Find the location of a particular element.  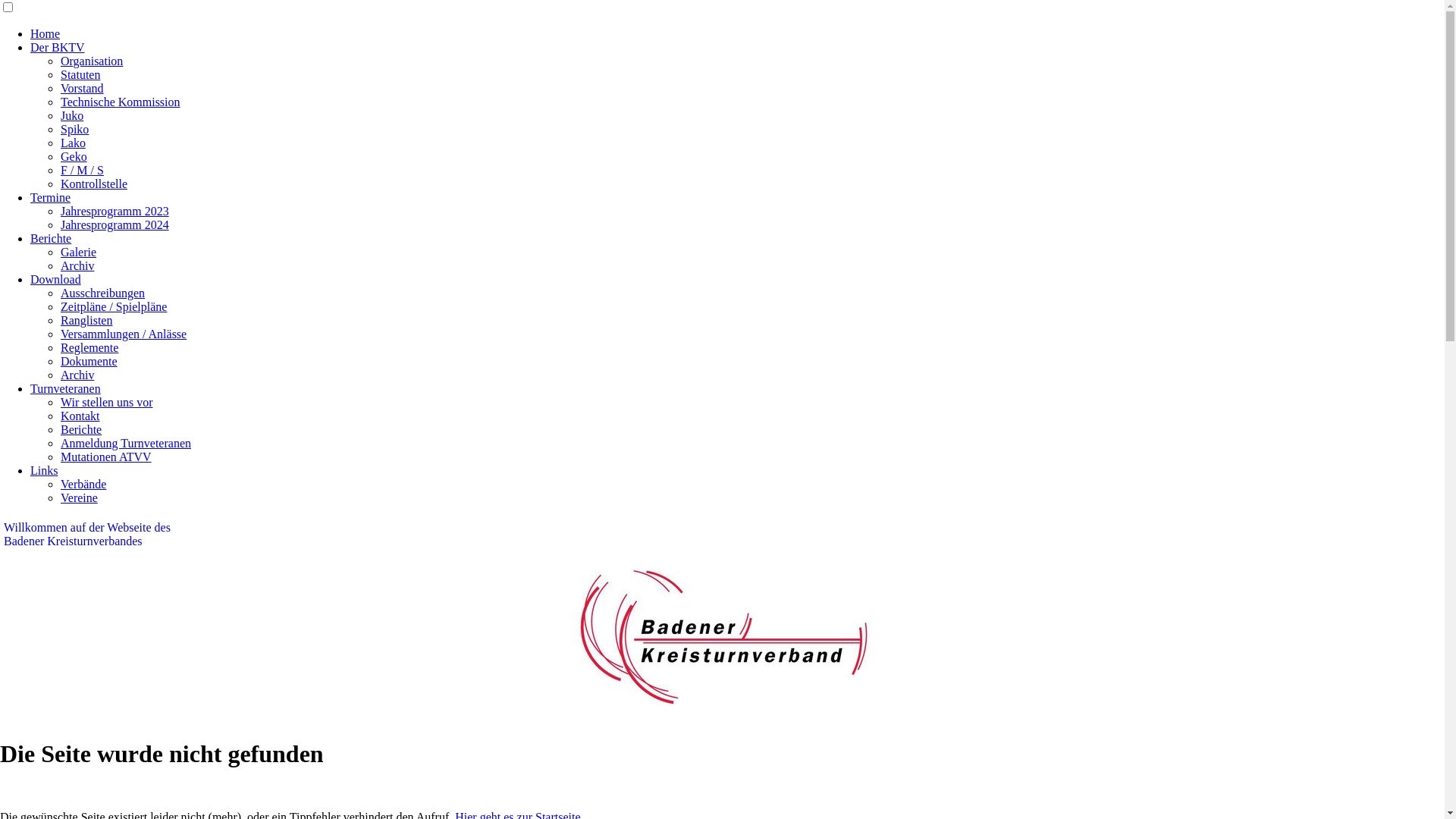

'Termine' is located at coordinates (50, 196).